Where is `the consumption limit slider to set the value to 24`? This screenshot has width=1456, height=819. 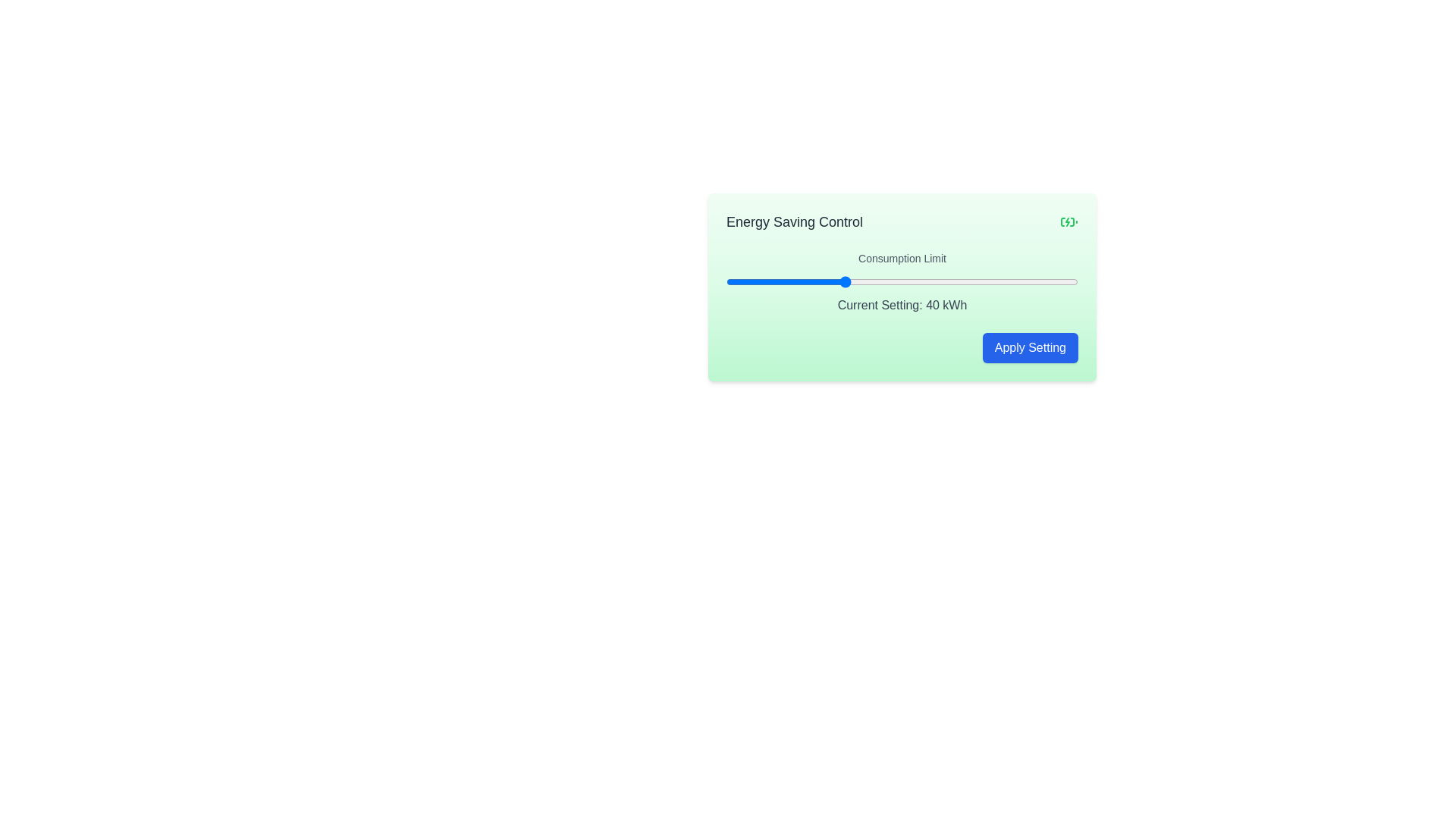 the consumption limit slider to set the value to 24 is located at coordinates (749, 281).